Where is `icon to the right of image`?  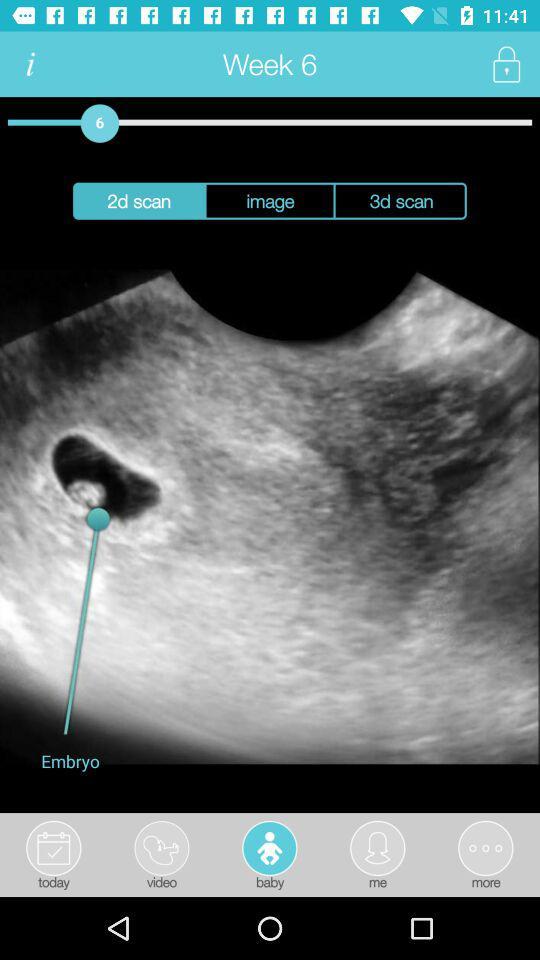 icon to the right of image is located at coordinates (401, 201).